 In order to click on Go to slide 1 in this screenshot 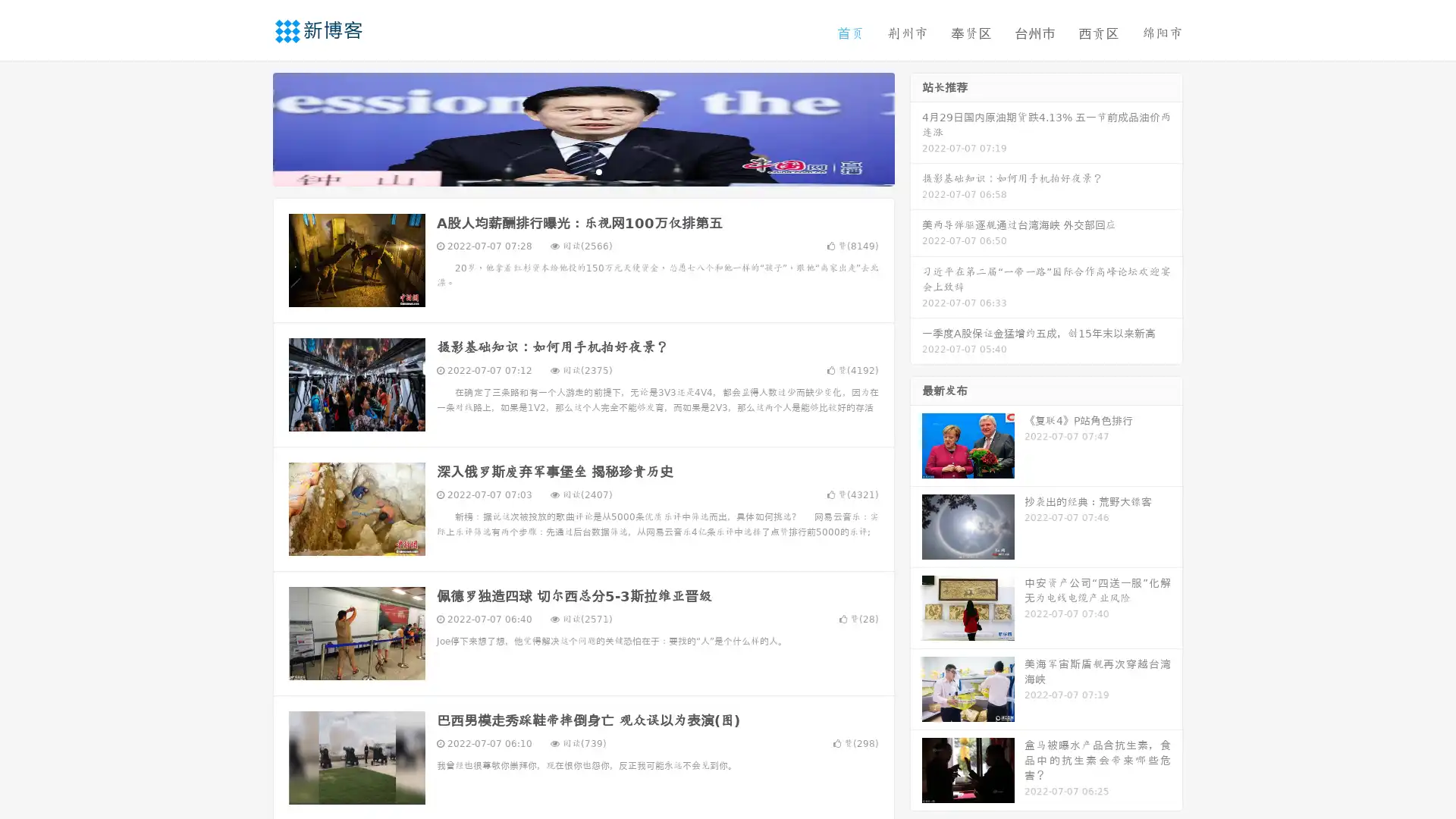, I will do `click(567, 171)`.